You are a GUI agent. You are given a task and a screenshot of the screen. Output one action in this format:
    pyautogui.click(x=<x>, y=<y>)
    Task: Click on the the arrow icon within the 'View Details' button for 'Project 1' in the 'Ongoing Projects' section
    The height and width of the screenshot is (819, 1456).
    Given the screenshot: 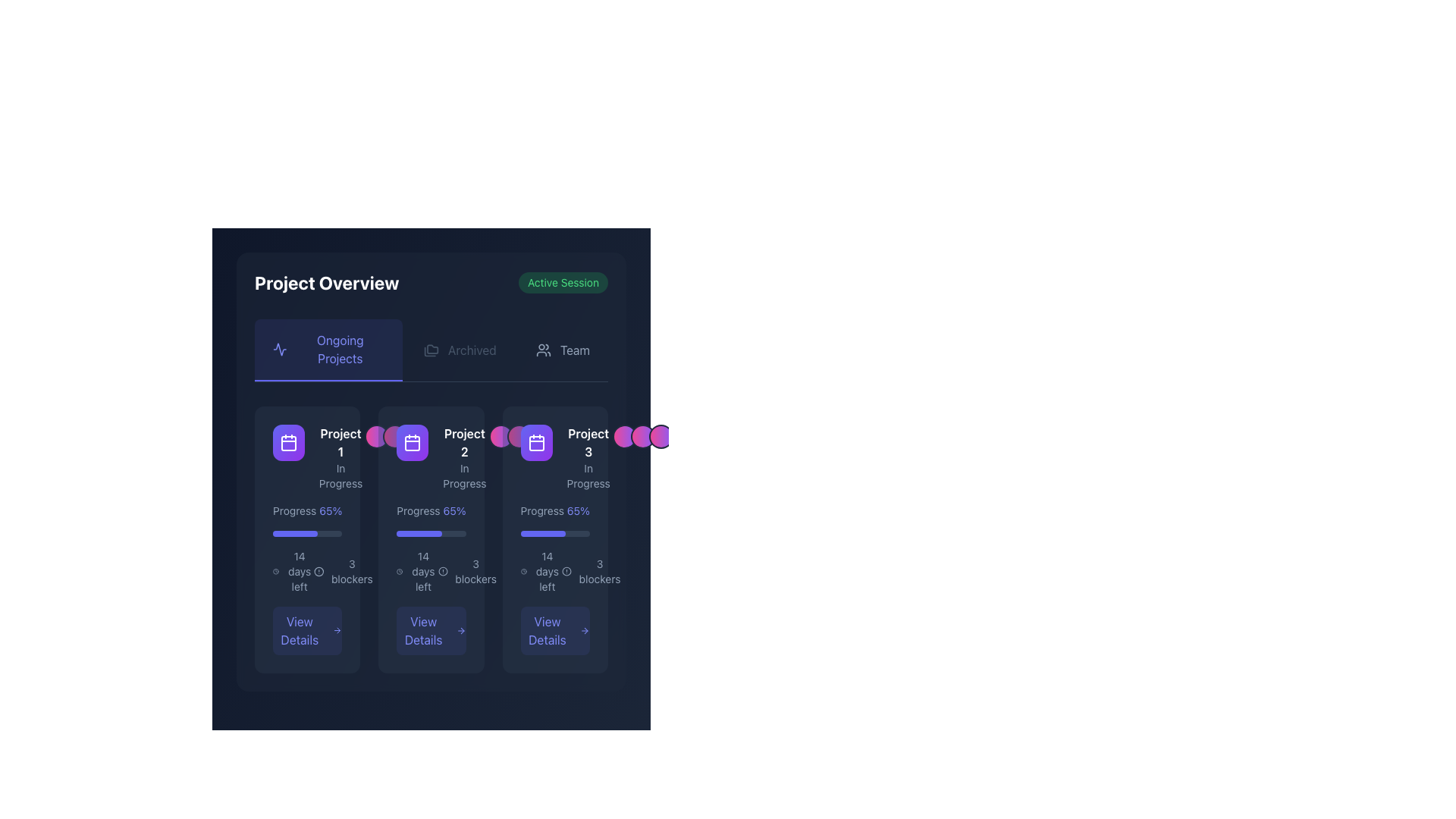 What is the action you would take?
    pyautogui.click(x=337, y=631)
    